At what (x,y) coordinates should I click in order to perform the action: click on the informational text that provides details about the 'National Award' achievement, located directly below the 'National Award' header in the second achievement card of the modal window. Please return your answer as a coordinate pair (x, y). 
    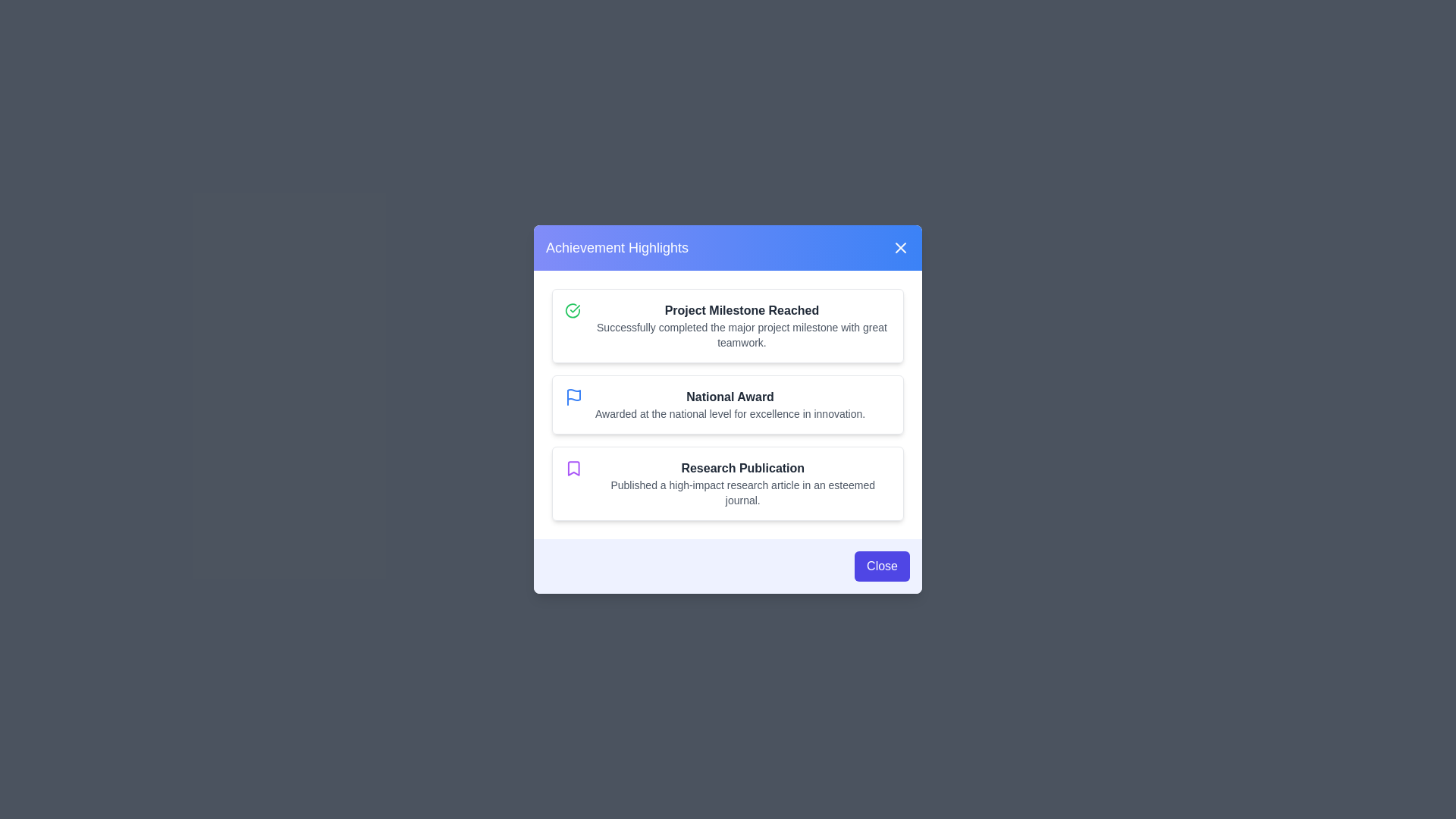
    Looking at the image, I should click on (730, 414).